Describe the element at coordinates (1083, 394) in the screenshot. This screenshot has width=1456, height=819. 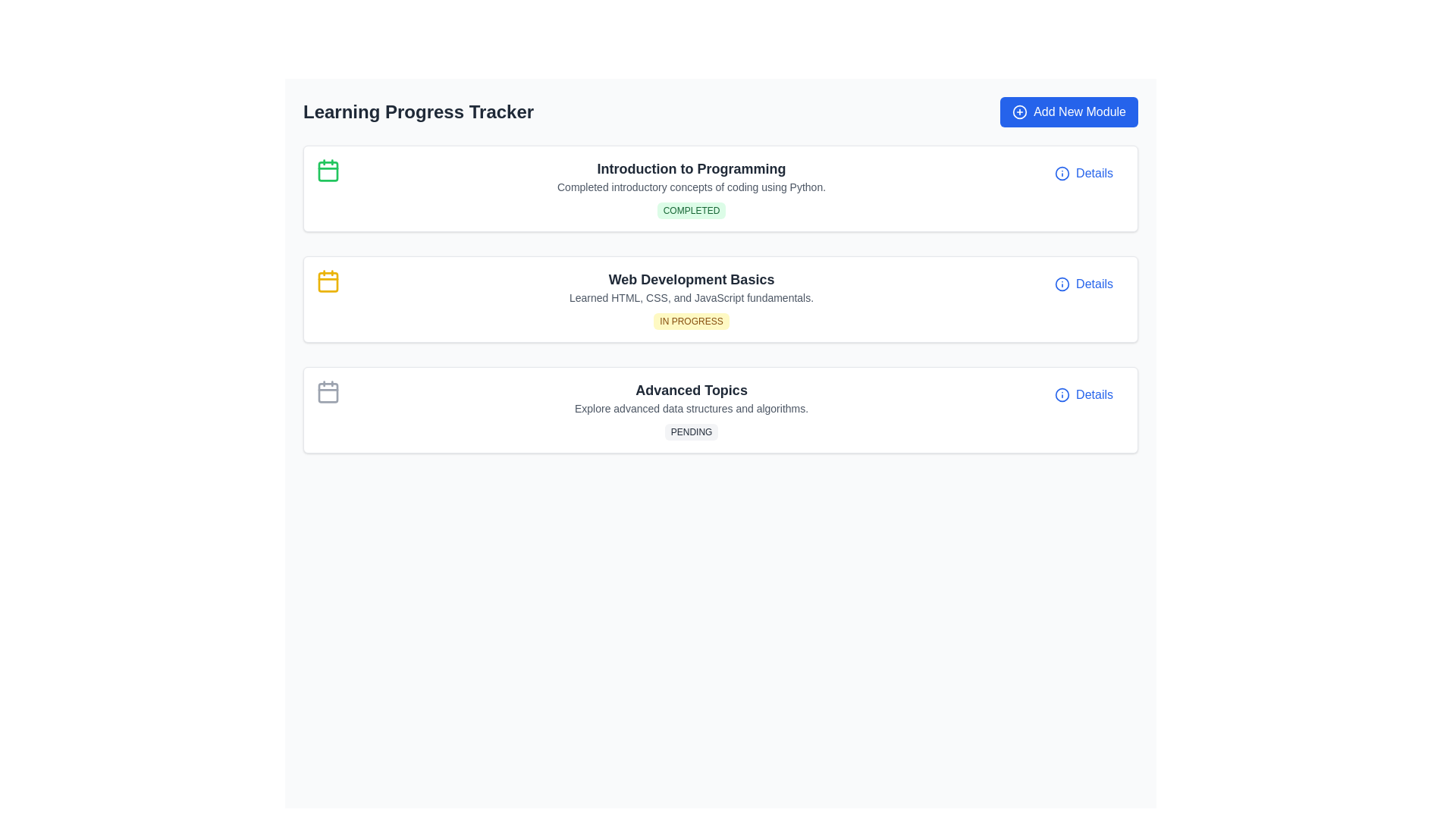
I see `the button located at the bottom-right corner of the 'Advanced Topics' module panel, adjacent to the 'PENDING' label` at that location.